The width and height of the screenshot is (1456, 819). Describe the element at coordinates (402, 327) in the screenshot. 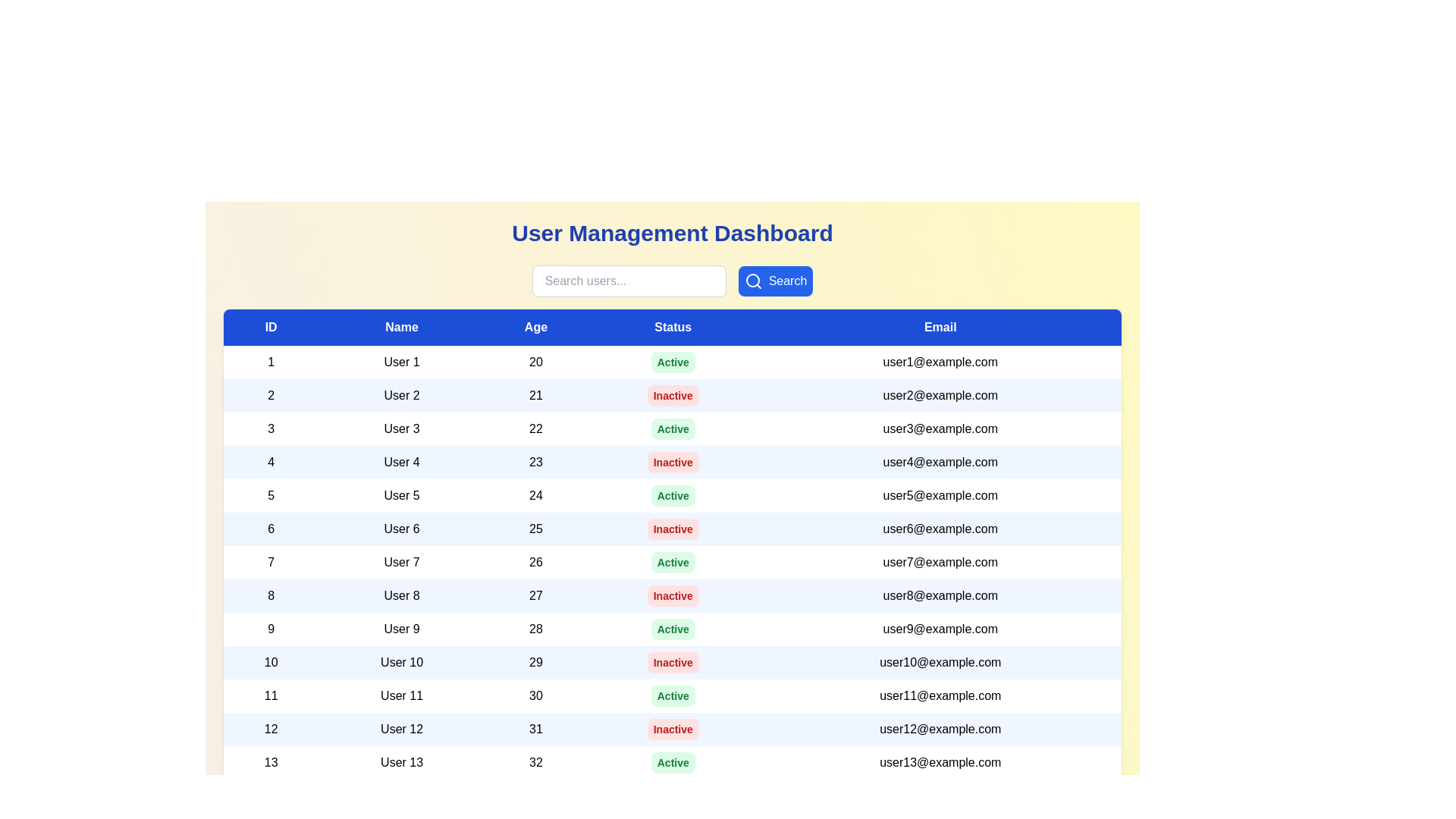

I see `the column header Name to sort the table by that column` at that location.